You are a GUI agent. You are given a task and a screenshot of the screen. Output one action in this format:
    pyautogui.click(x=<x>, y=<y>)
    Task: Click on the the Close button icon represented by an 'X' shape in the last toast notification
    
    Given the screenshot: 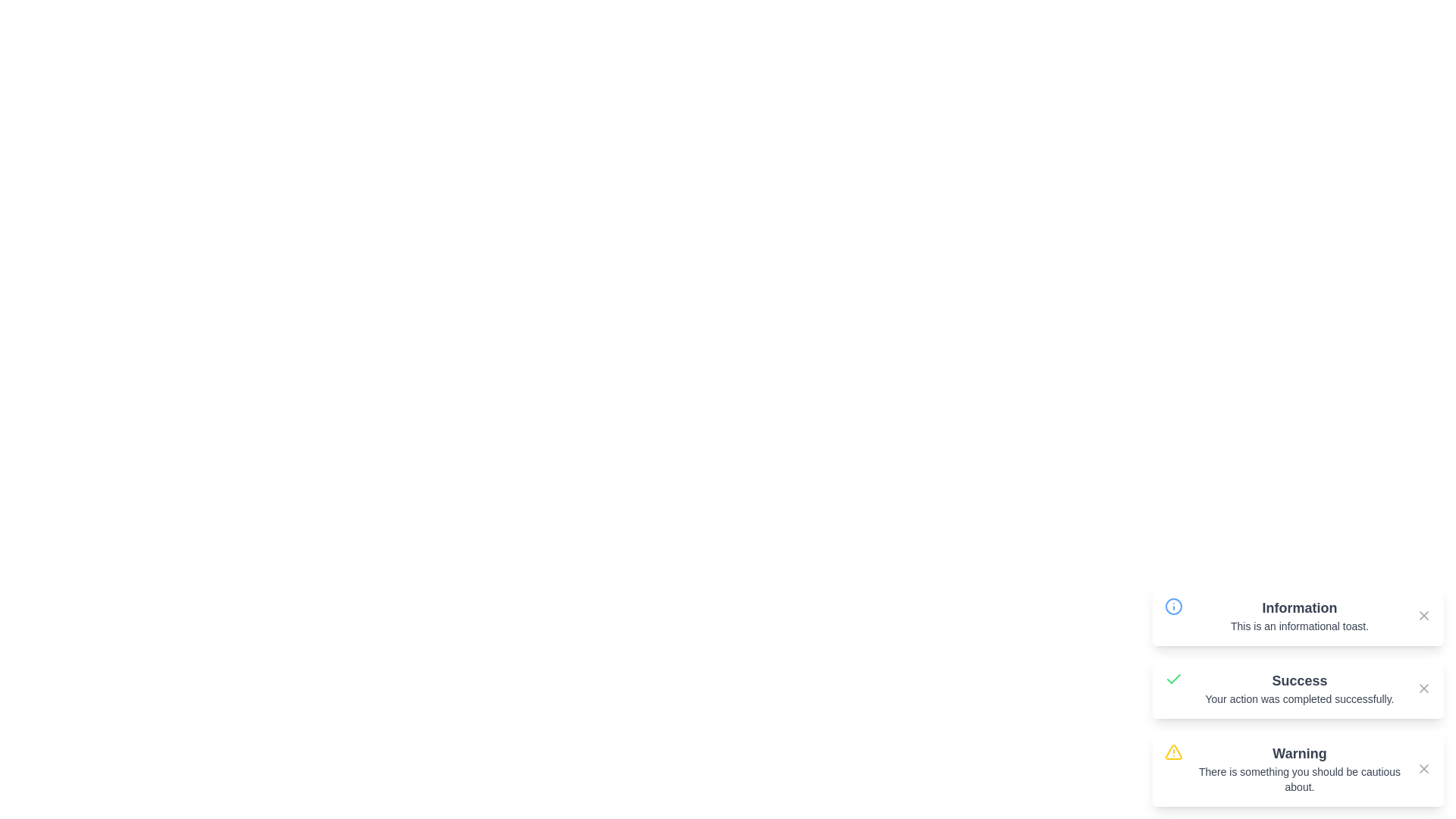 What is the action you would take?
    pyautogui.click(x=1423, y=769)
    